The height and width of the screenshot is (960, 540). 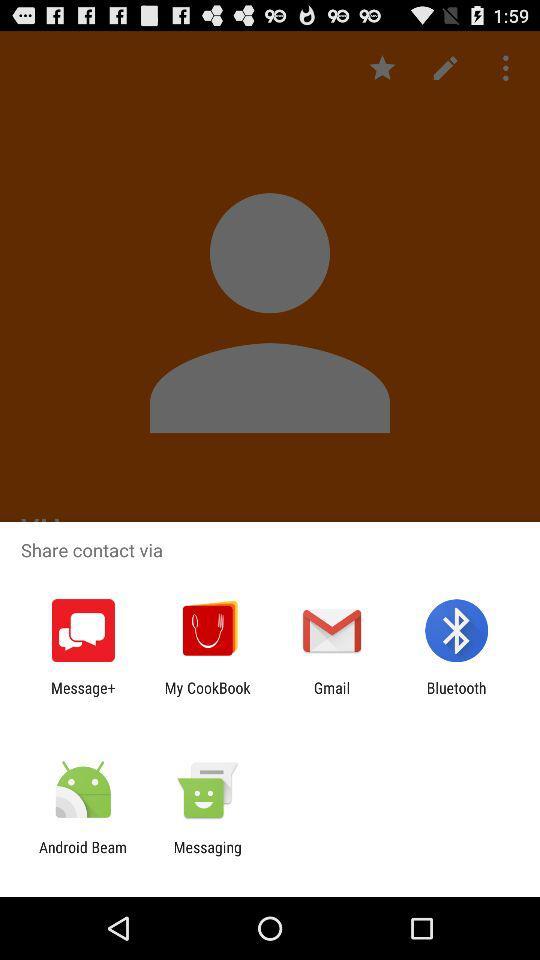 What do you see at coordinates (82, 855) in the screenshot?
I see `the android beam` at bounding box center [82, 855].